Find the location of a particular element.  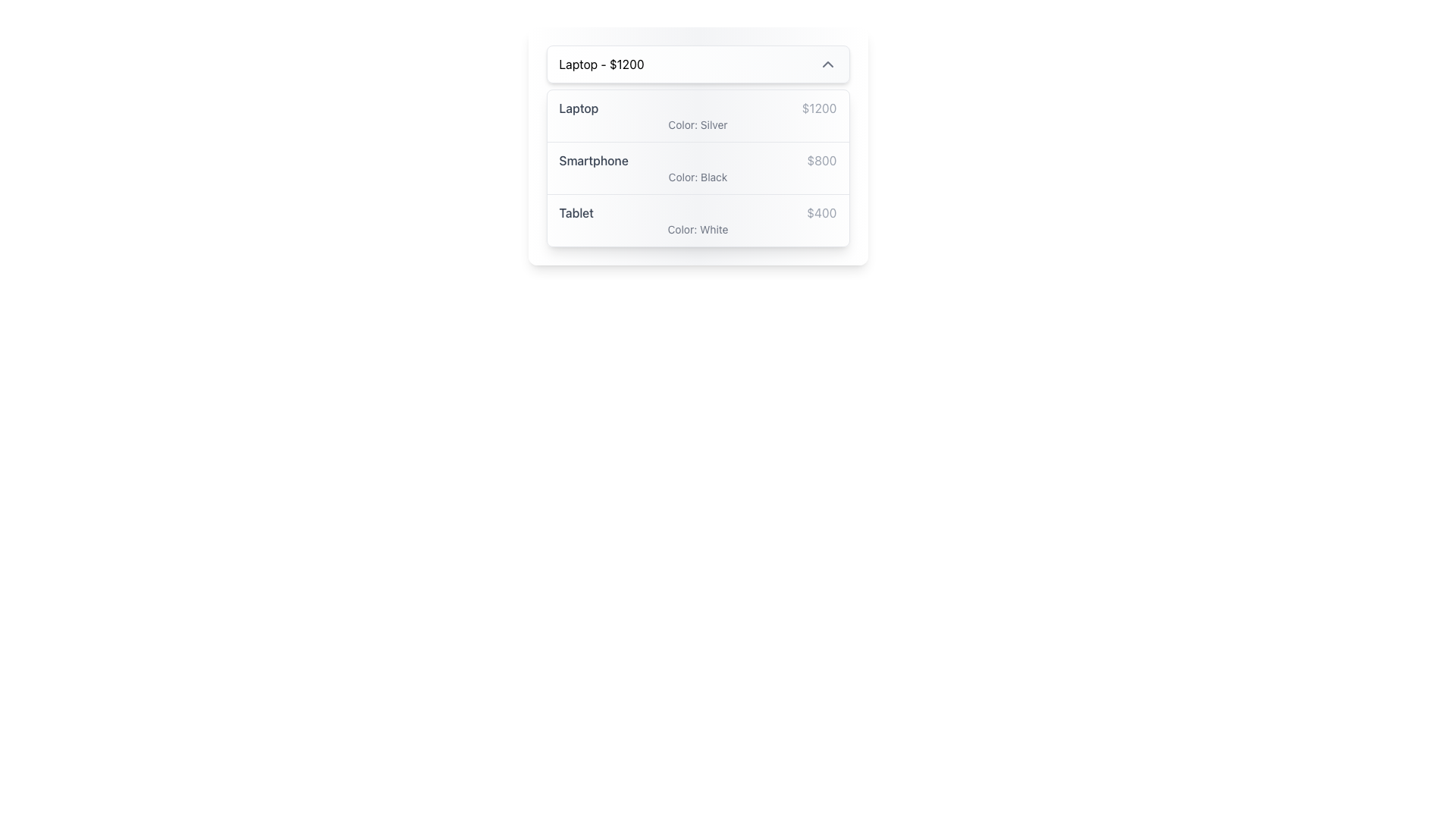

the upward-facing chevron icon located to the right of the text 'Laptop - $1200' is located at coordinates (827, 63).